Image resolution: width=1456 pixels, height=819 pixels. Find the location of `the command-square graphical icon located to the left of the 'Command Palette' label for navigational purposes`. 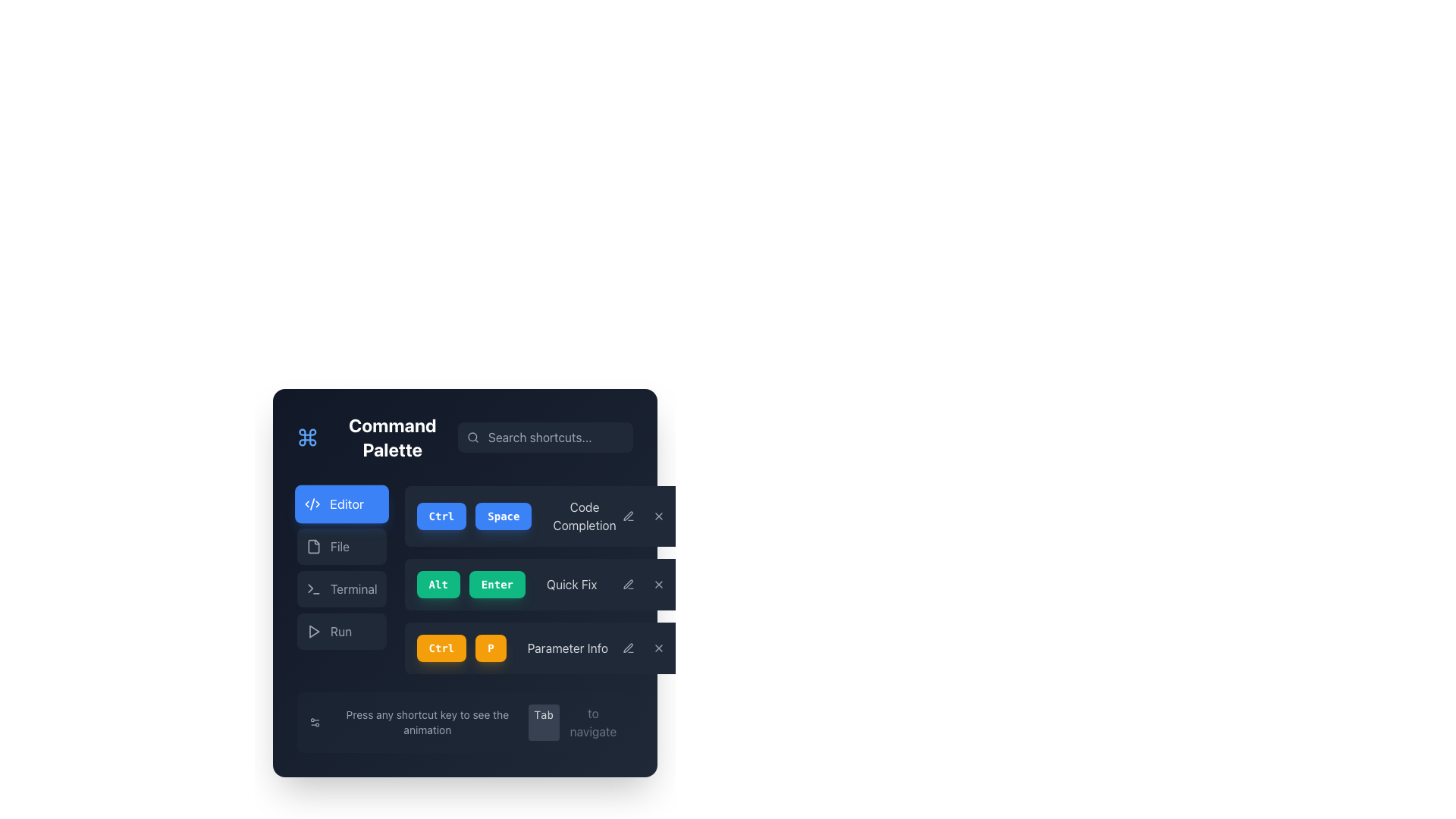

the command-square graphical icon located to the left of the 'Command Palette' label for navigational purposes is located at coordinates (306, 438).